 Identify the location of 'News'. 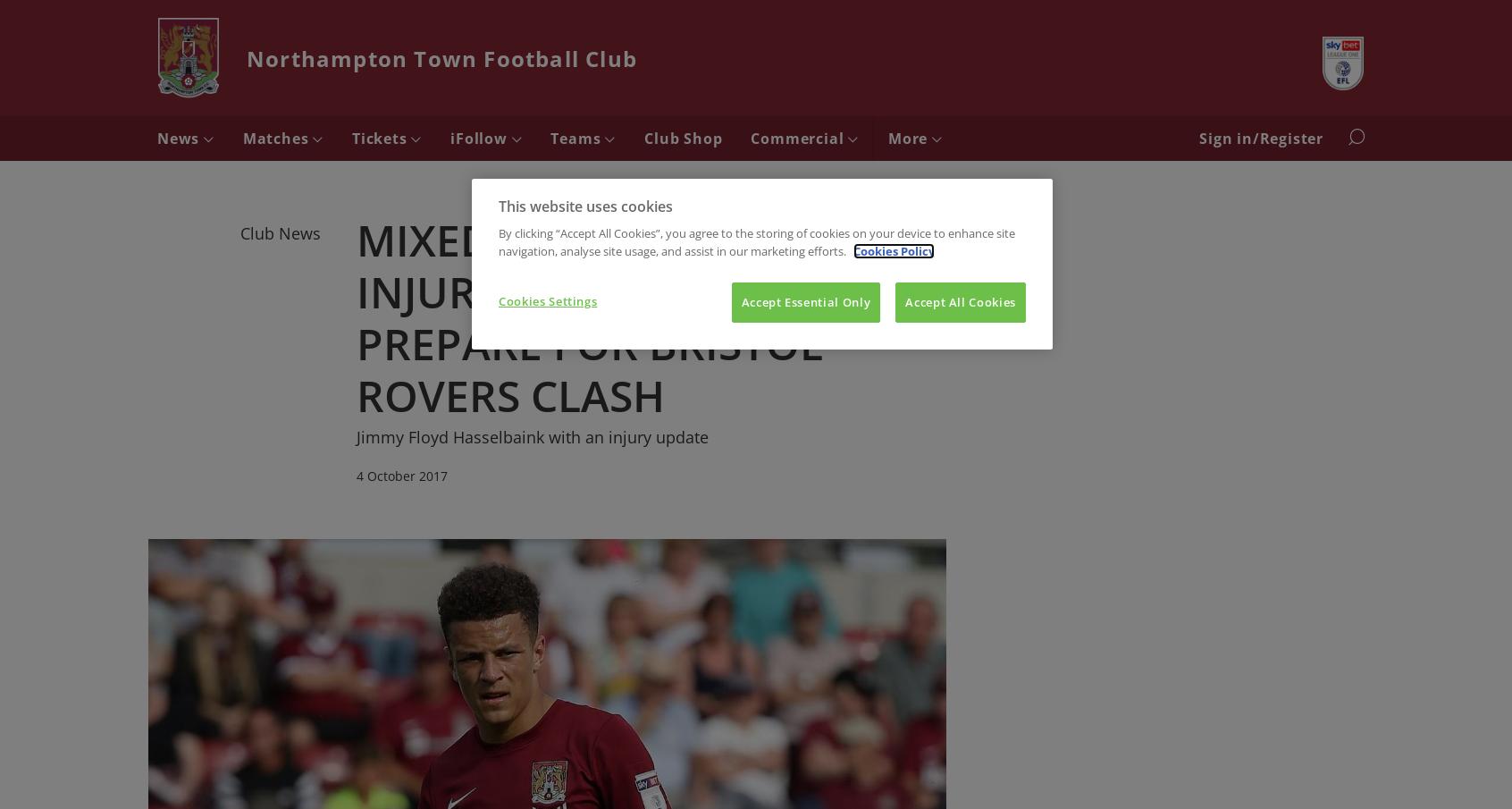
(155, 139).